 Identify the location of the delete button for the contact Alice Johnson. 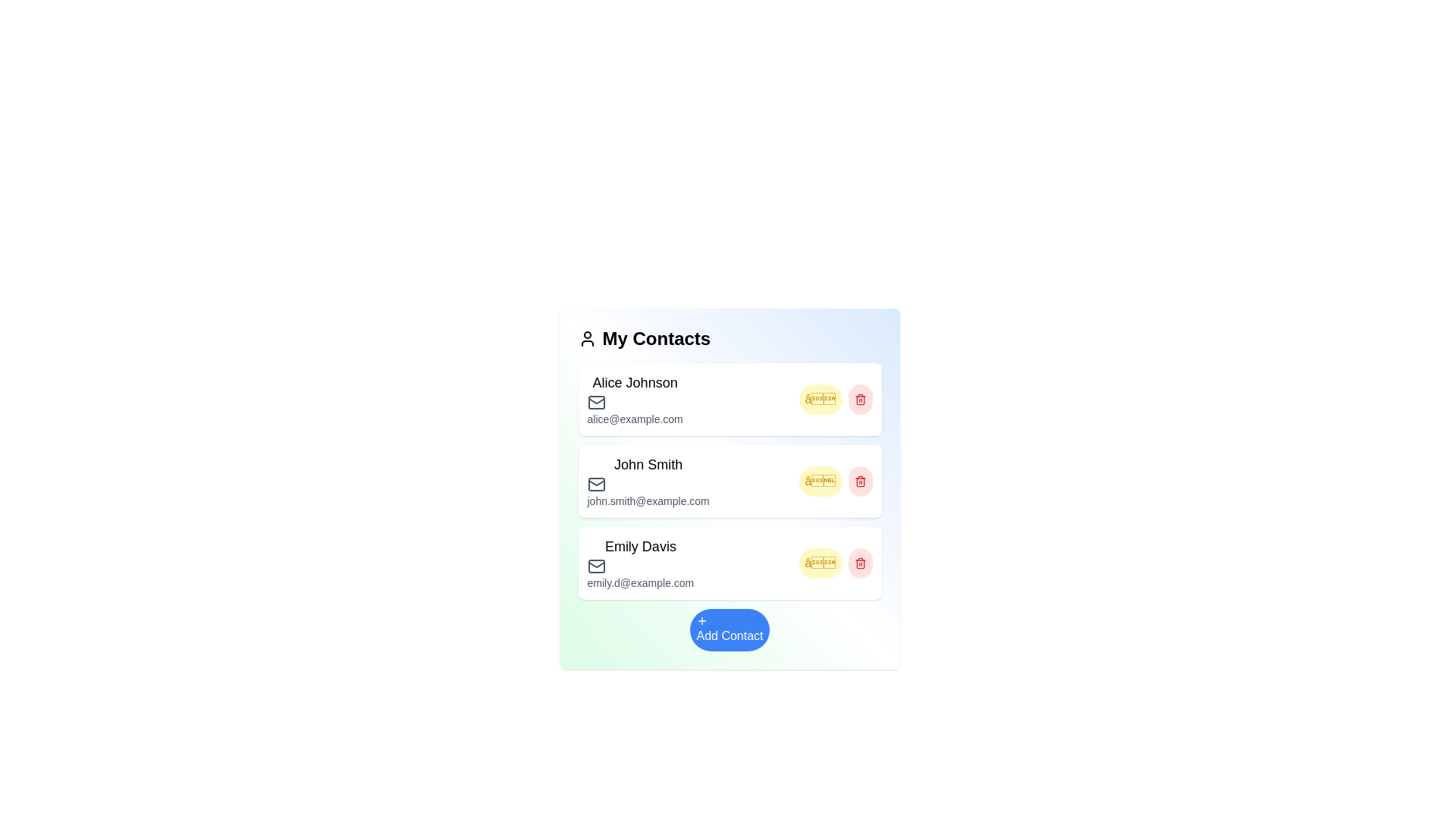
(860, 399).